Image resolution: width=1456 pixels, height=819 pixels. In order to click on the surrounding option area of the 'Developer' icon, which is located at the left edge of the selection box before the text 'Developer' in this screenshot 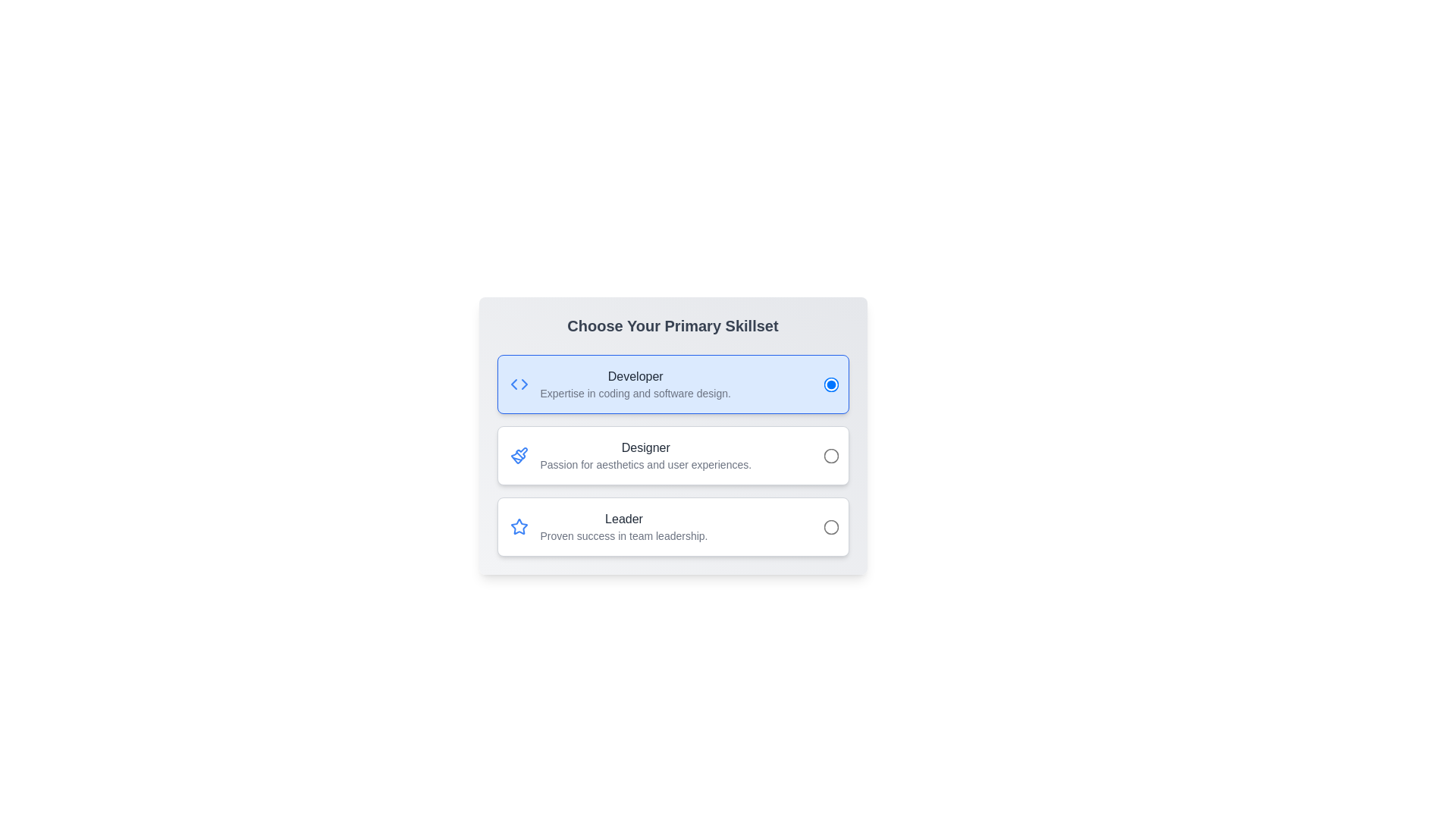, I will do `click(519, 383)`.